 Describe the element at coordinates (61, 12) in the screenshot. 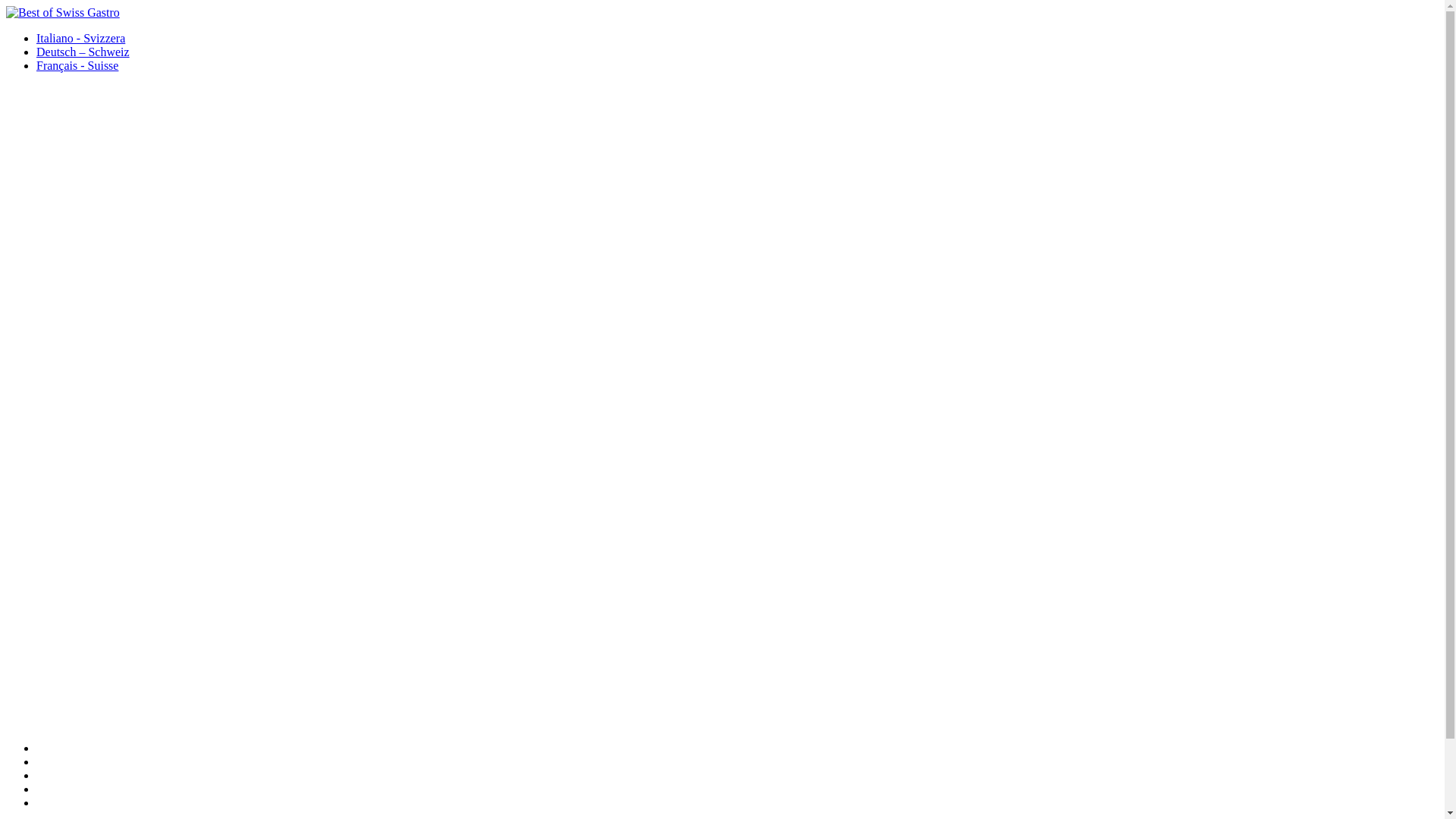

I see `'Best of Swiss Gastro'` at that location.